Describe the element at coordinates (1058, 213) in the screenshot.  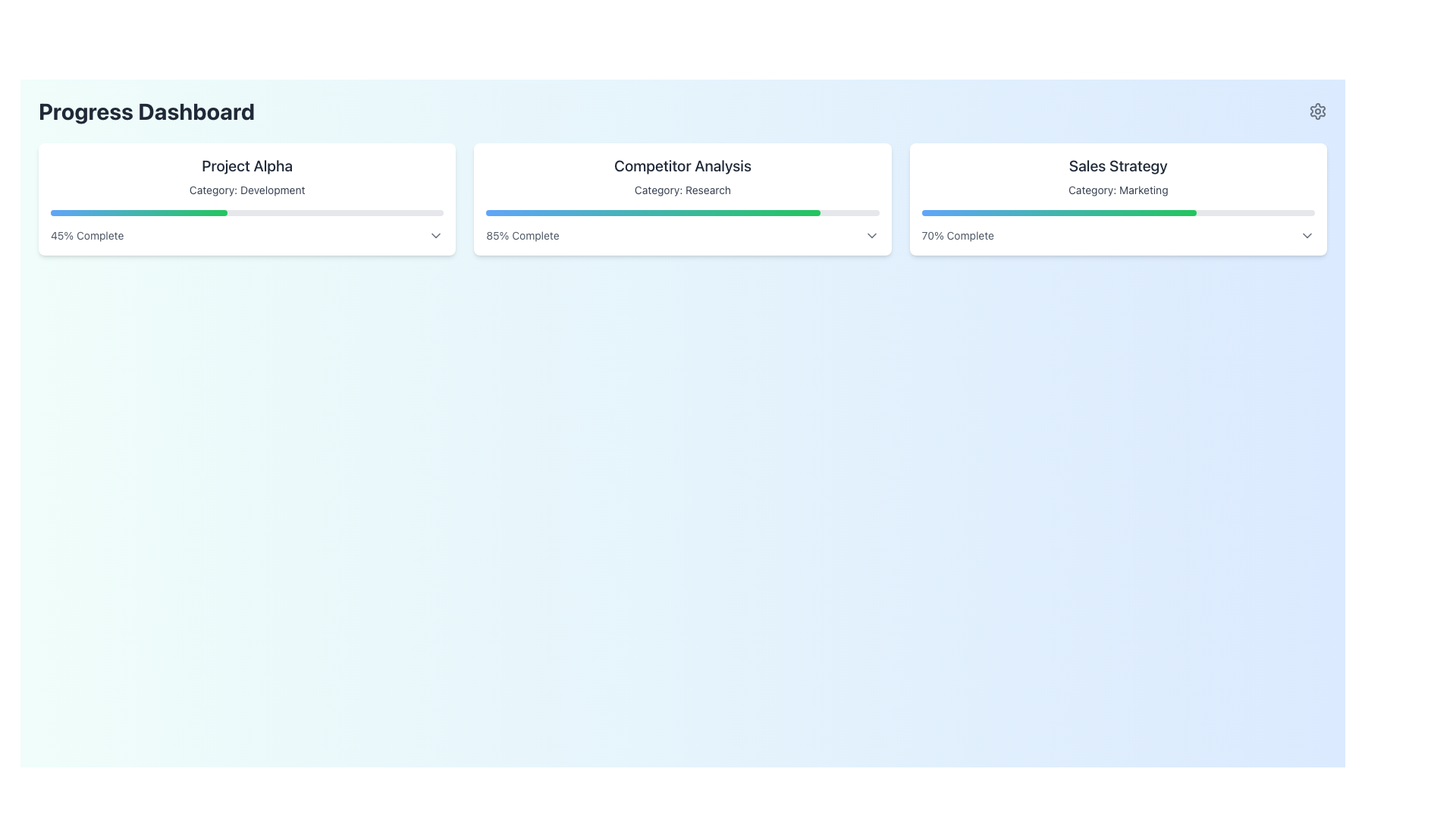
I see `the visually represented completion percentage of the 'Sales Strategy' progress tracker, which indicates 70% completion within the progress widget under the 'Sales Strategy' card` at that location.